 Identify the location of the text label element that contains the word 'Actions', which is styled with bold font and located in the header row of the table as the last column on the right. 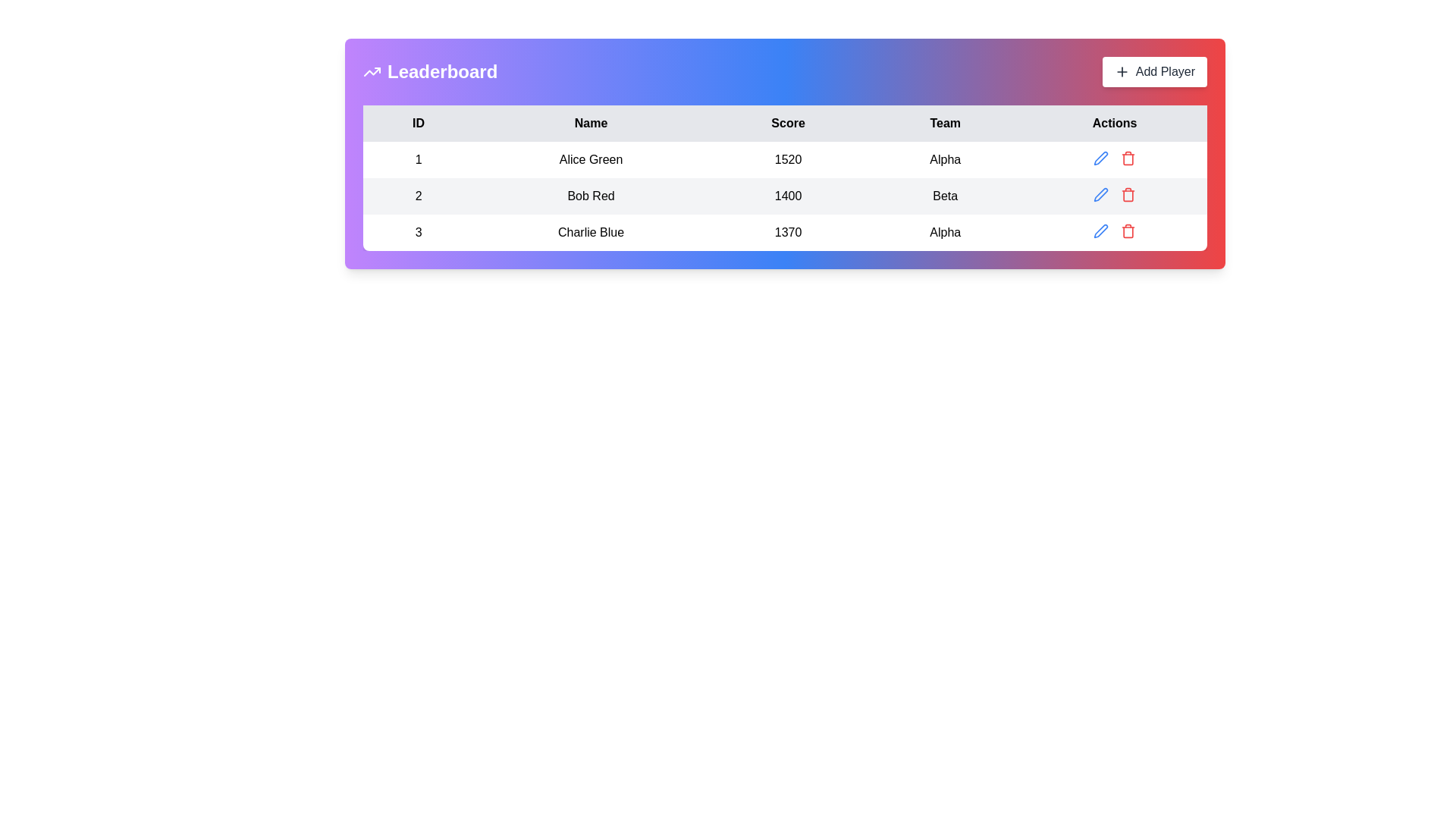
(1115, 122).